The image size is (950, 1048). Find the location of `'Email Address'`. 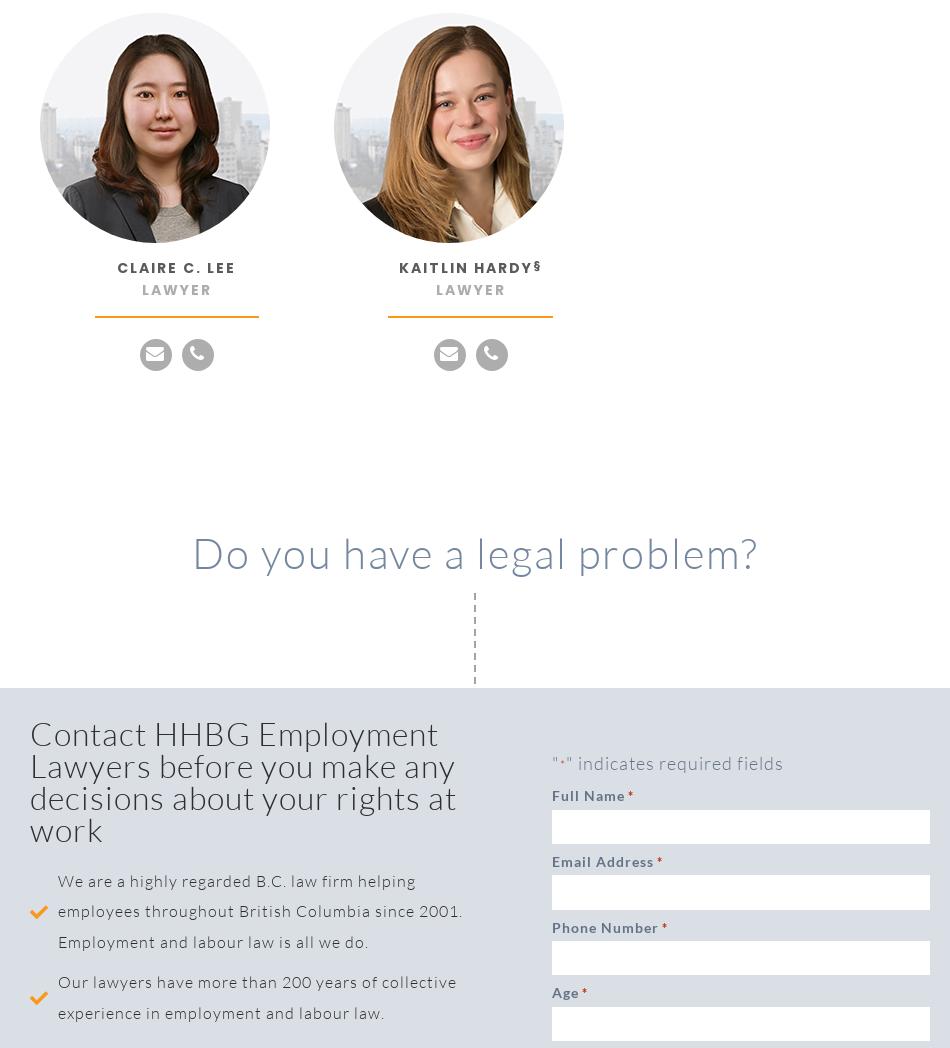

'Email Address' is located at coordinates (602, 860).